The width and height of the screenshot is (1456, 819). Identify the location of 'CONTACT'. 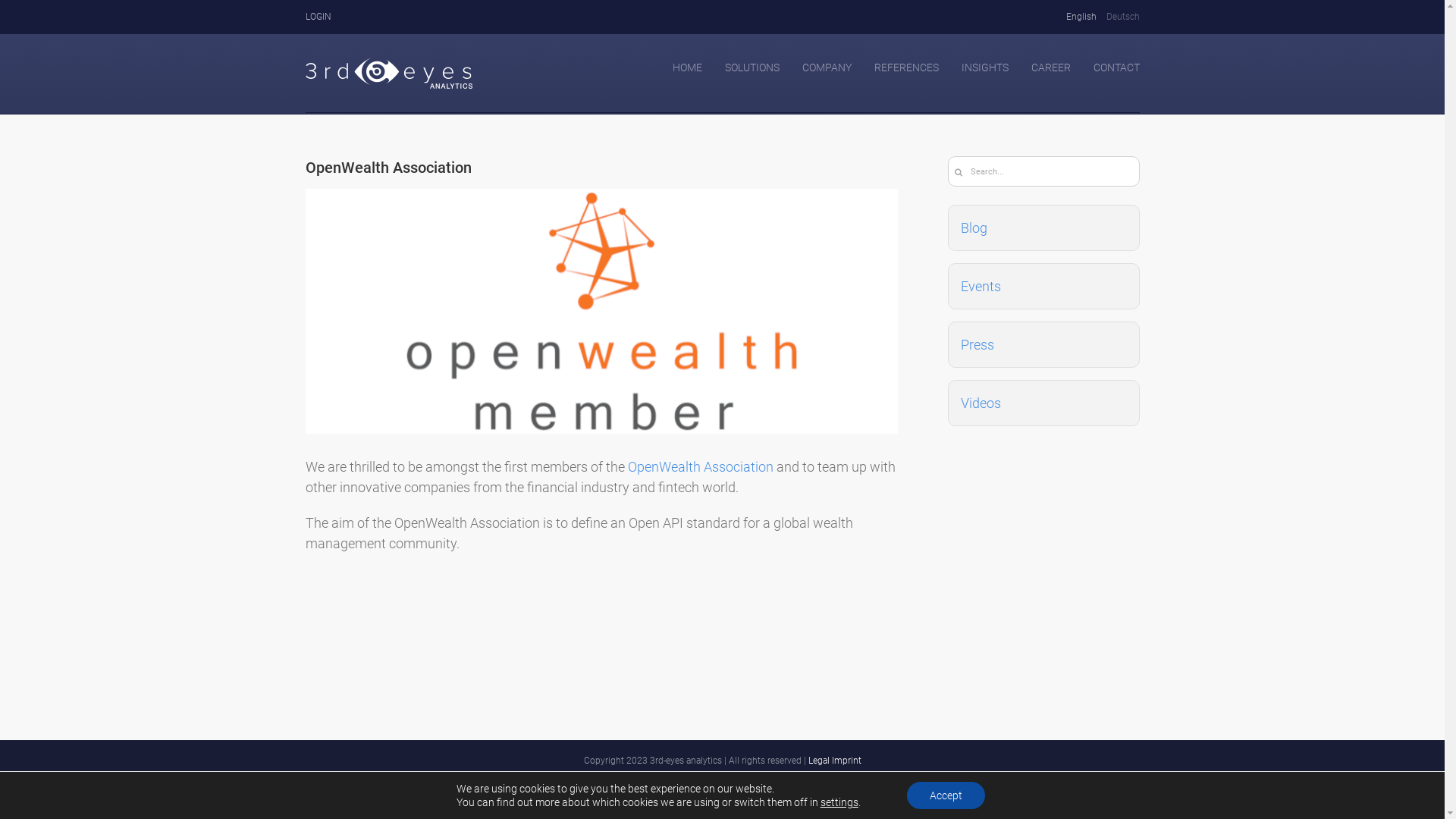
(1116, 65).